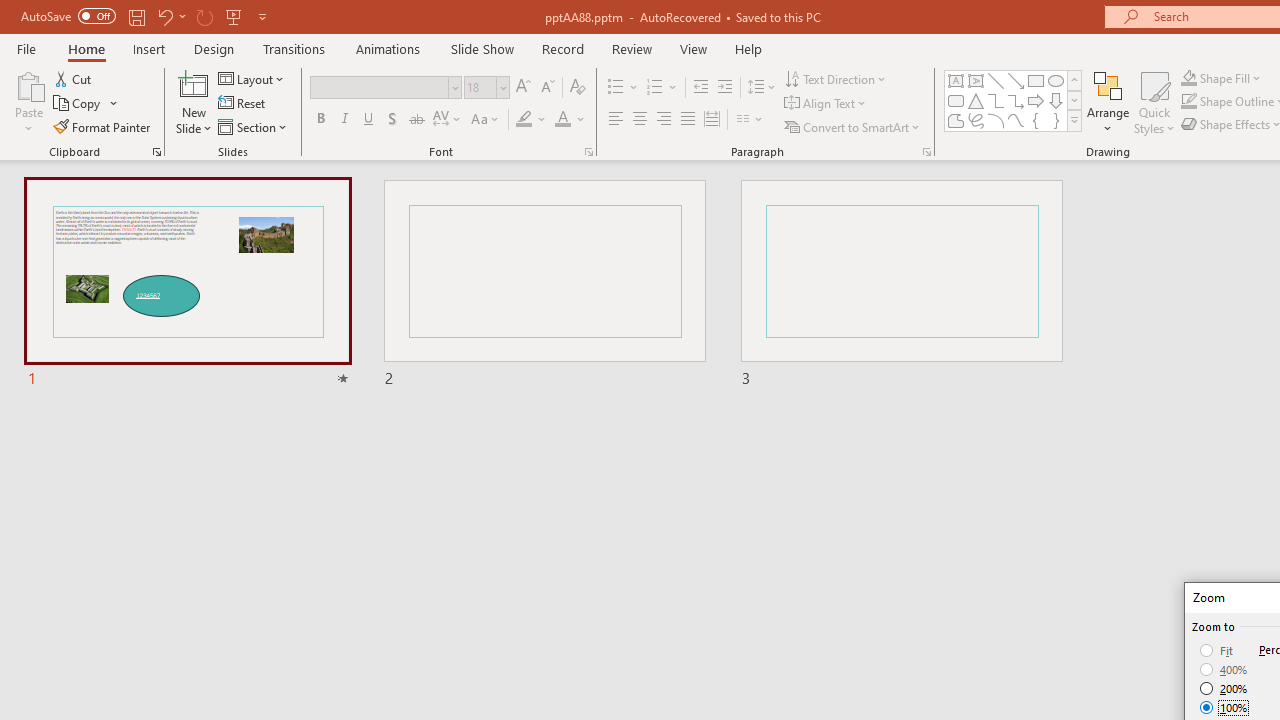 The image size is (1280, 720). What do you see at coordinates (1223, 688) in the screenshot?
I see `'200%'` at bounding box center [1223, 688].